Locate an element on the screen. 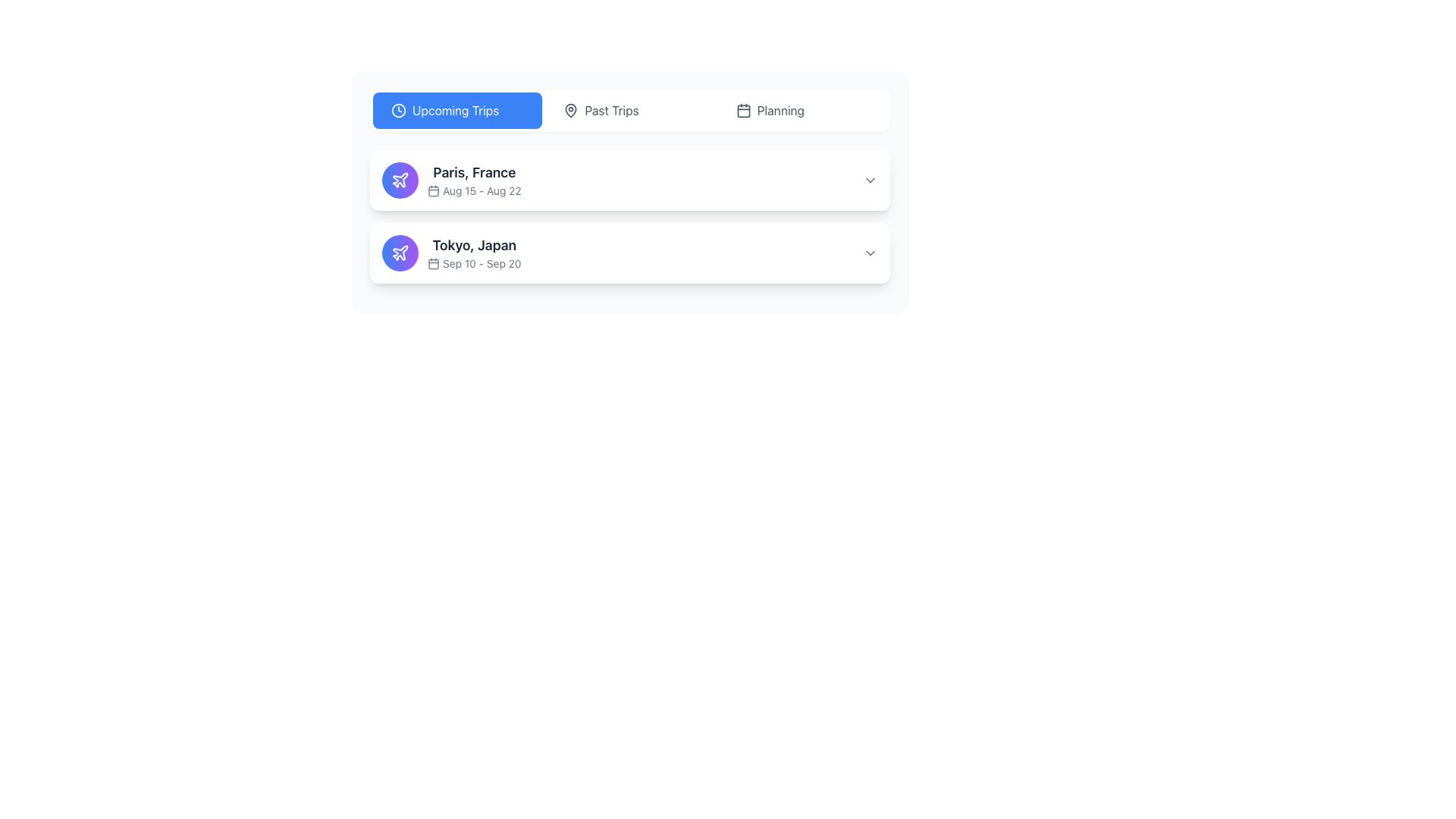  the third button labeled 'Planning' with a calendar icon, located in the top right section of the button group is located at coordinates (802, 110).